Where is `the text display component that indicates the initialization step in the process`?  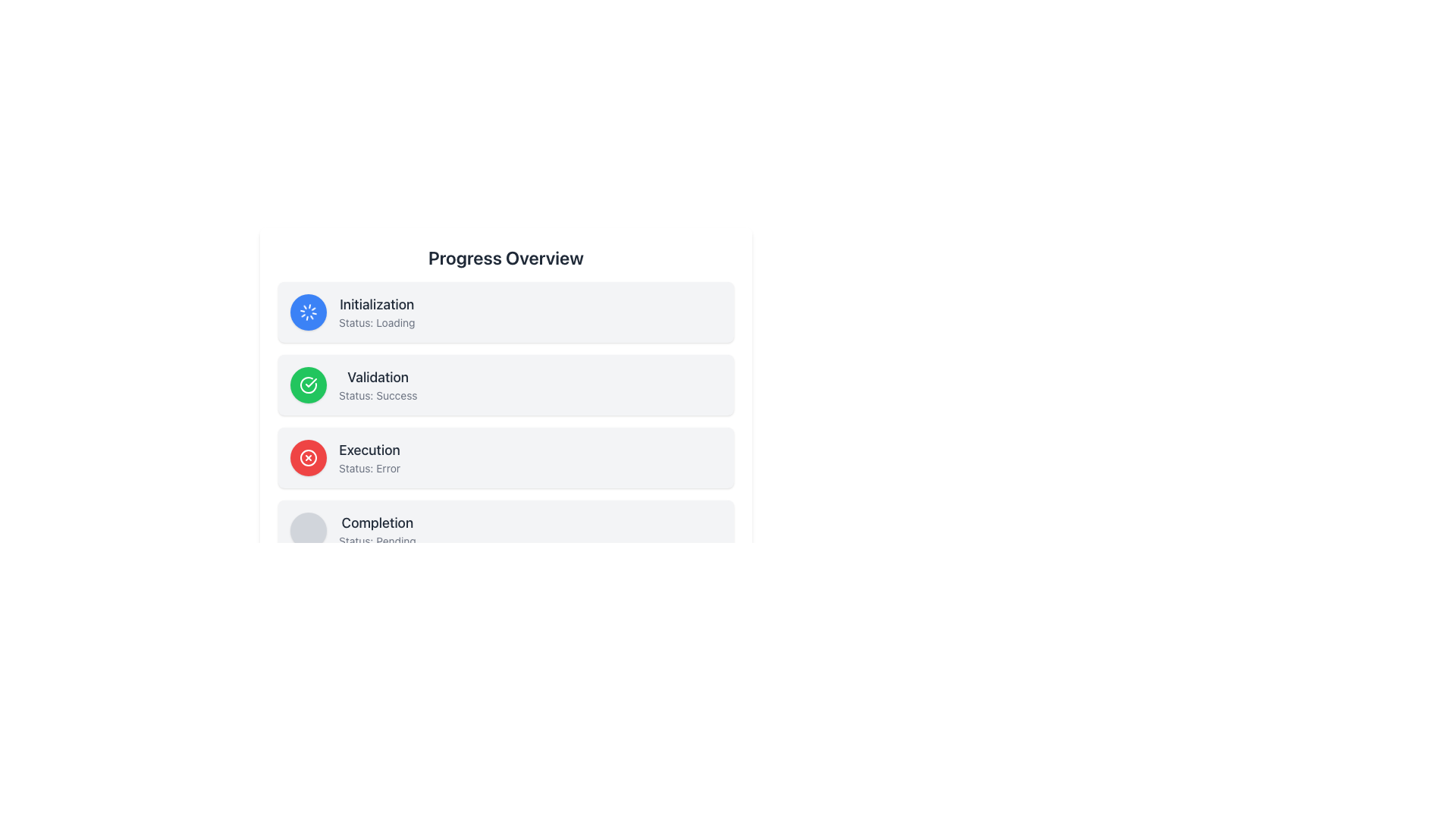 the text display component that indicates the initialization step in the process is located at coordinates (377, 312).